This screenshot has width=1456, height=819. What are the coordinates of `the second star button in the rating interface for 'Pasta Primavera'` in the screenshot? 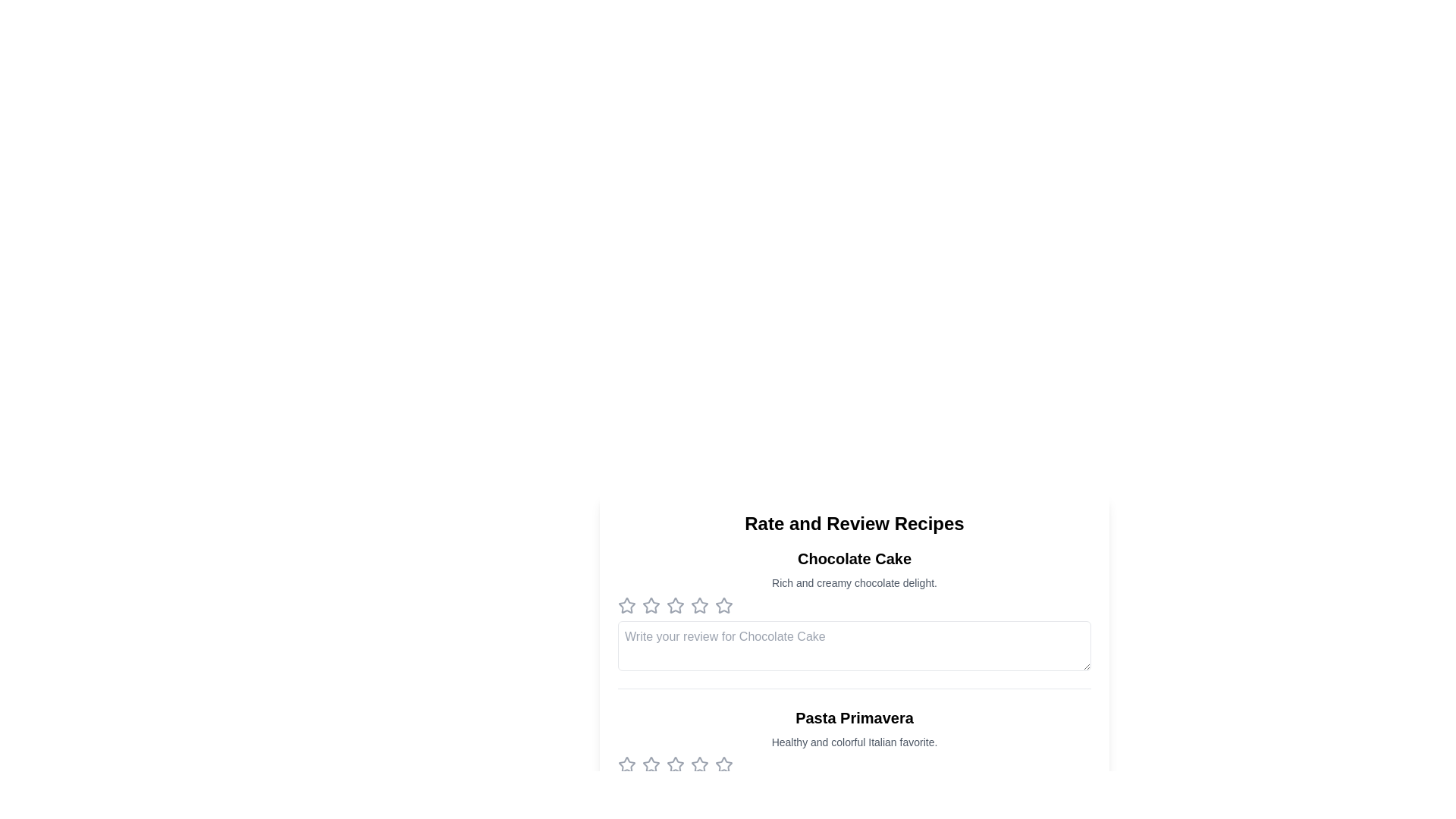 It's located at (651, 765).